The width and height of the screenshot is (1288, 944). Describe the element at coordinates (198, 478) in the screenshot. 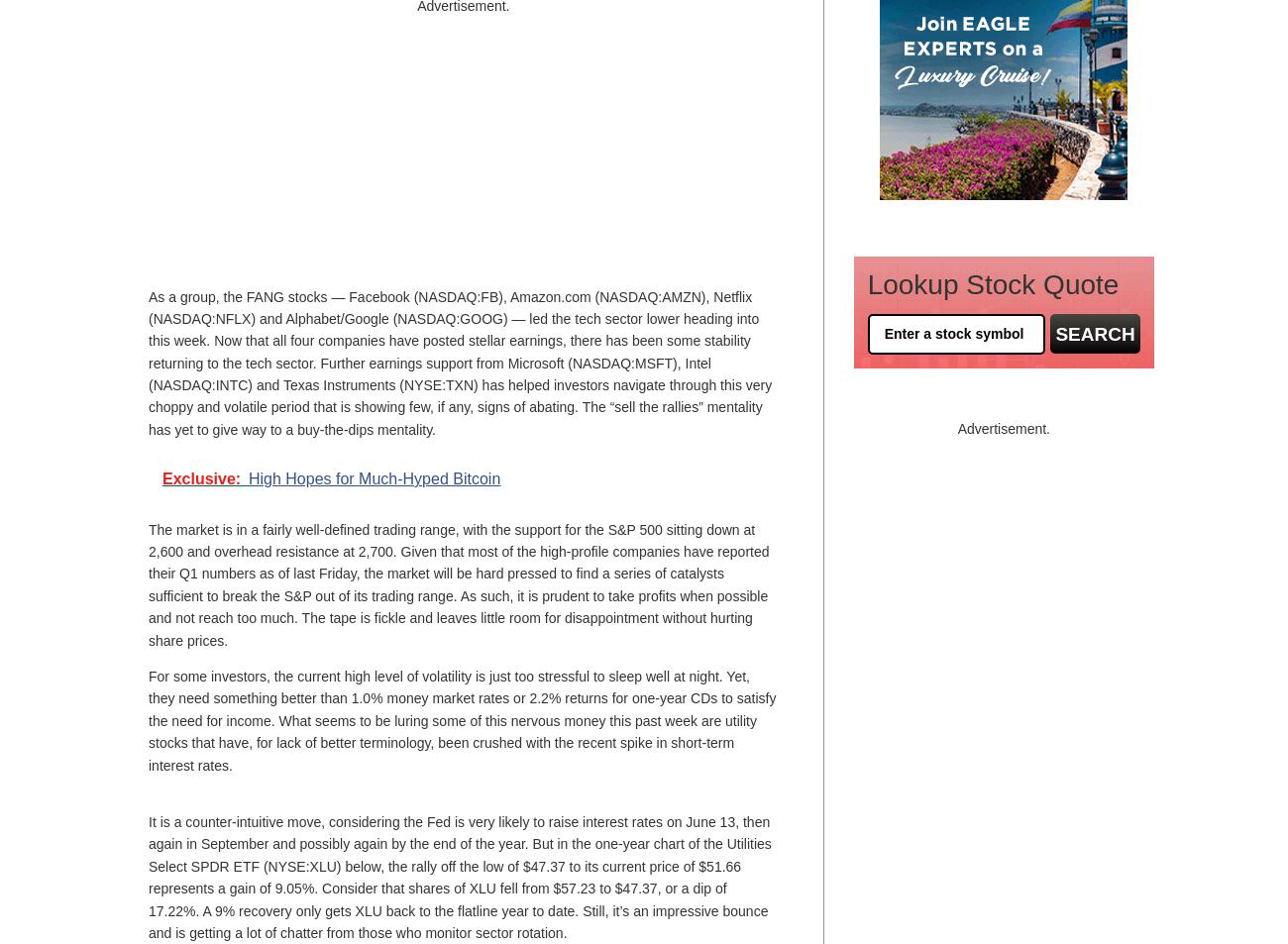

I see `'Exclusive'` at that location.